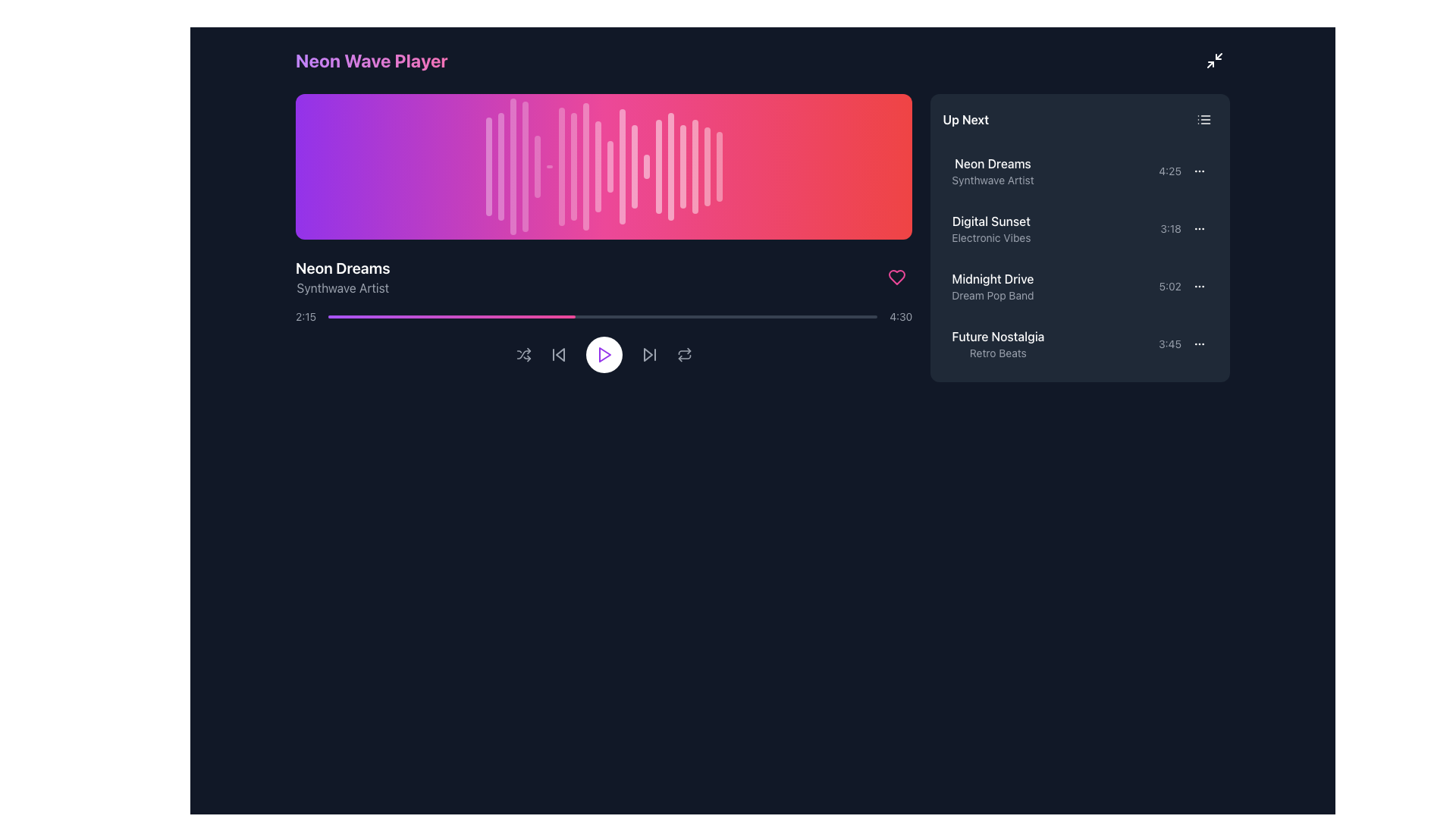 This screenshot has height=819, width=1456. What do you see at coordinates (1183, 287) in the screenshot?
I see `the interactive icon for additional song options, represented by three vertically aligned dots, located on the right side of the duration text '5:02' in the 'Up Next' playlist panel` at bounding box center [1183, 287].